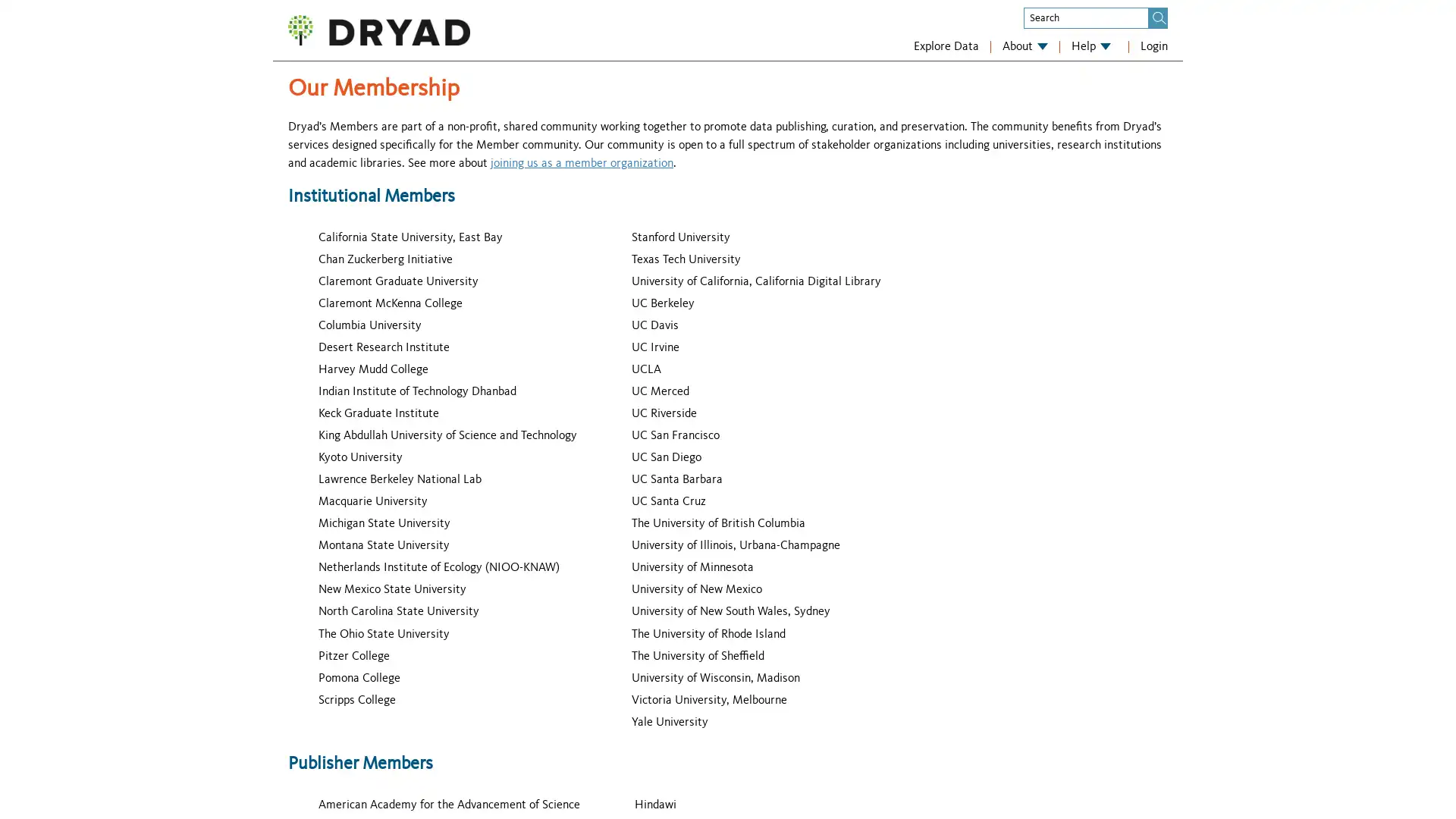  What do you see at coordinates (1025, 45) in the screenshot?
I see `About` at bounding box center [1025, 45].